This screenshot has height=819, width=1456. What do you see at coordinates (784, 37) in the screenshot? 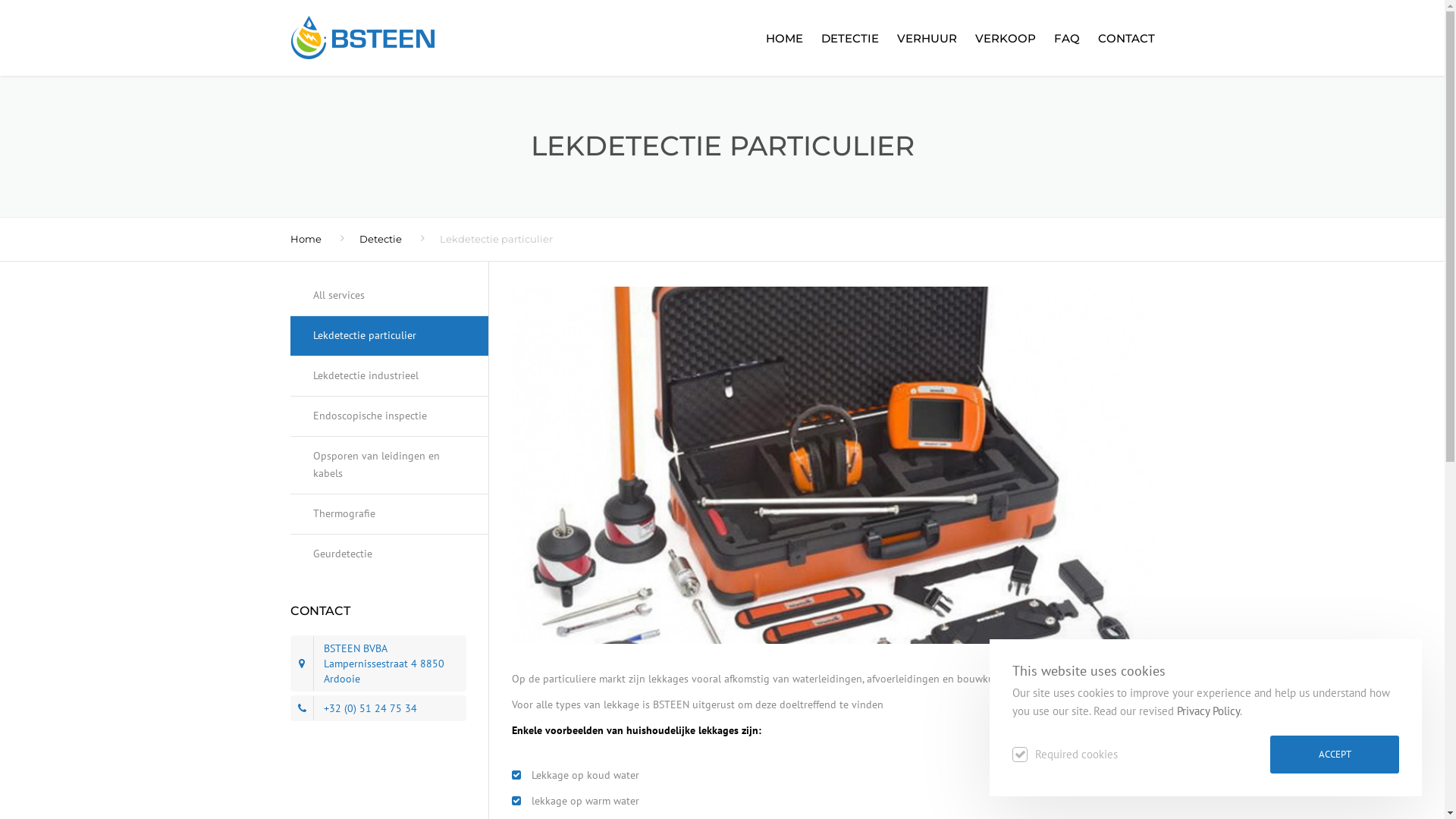
I see `'HOME'` at bounding box center [784, 37].